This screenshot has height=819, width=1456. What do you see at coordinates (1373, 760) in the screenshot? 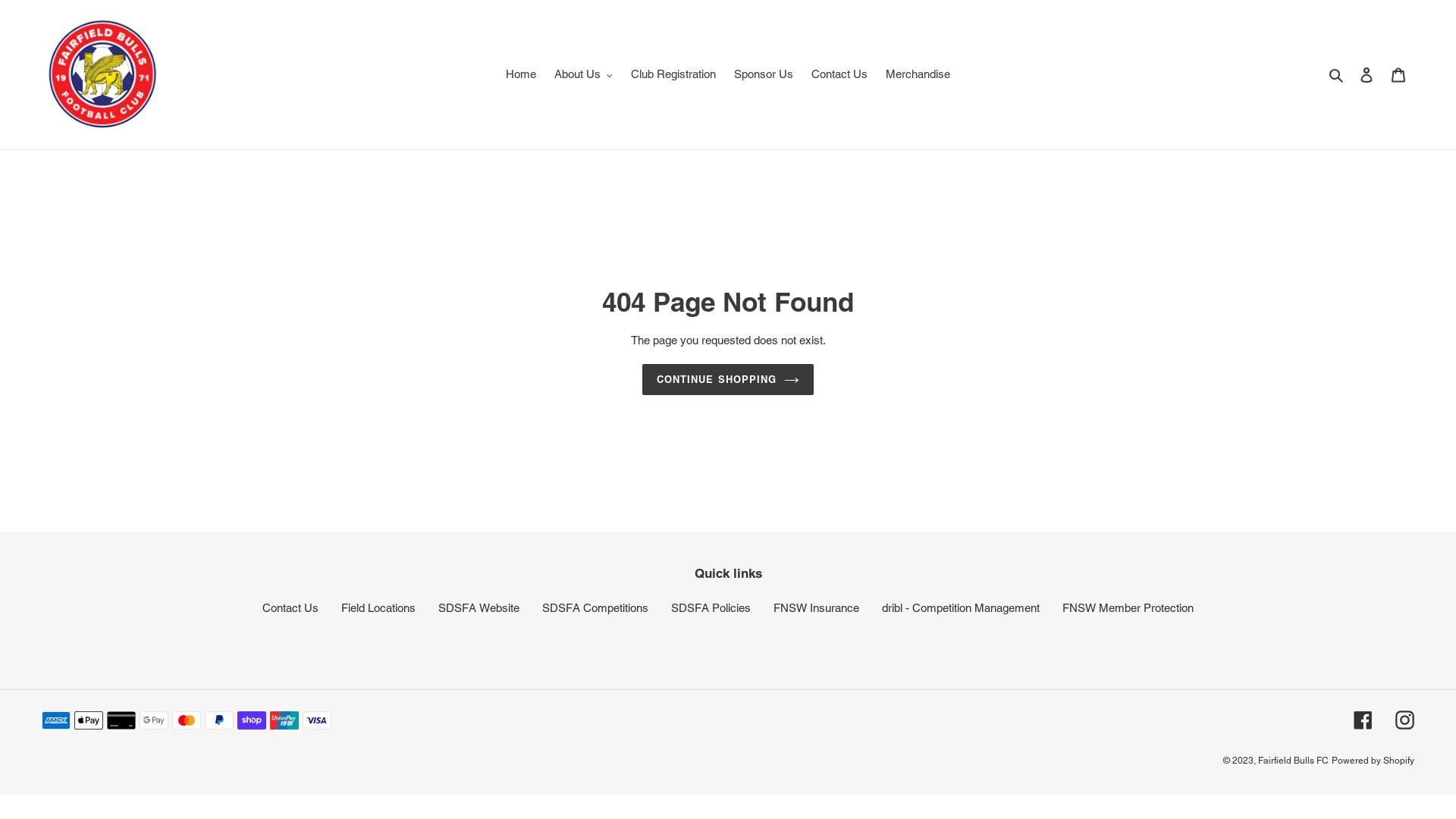
I see `'Powered by Shopify'` at bounding box center [1373, 760].